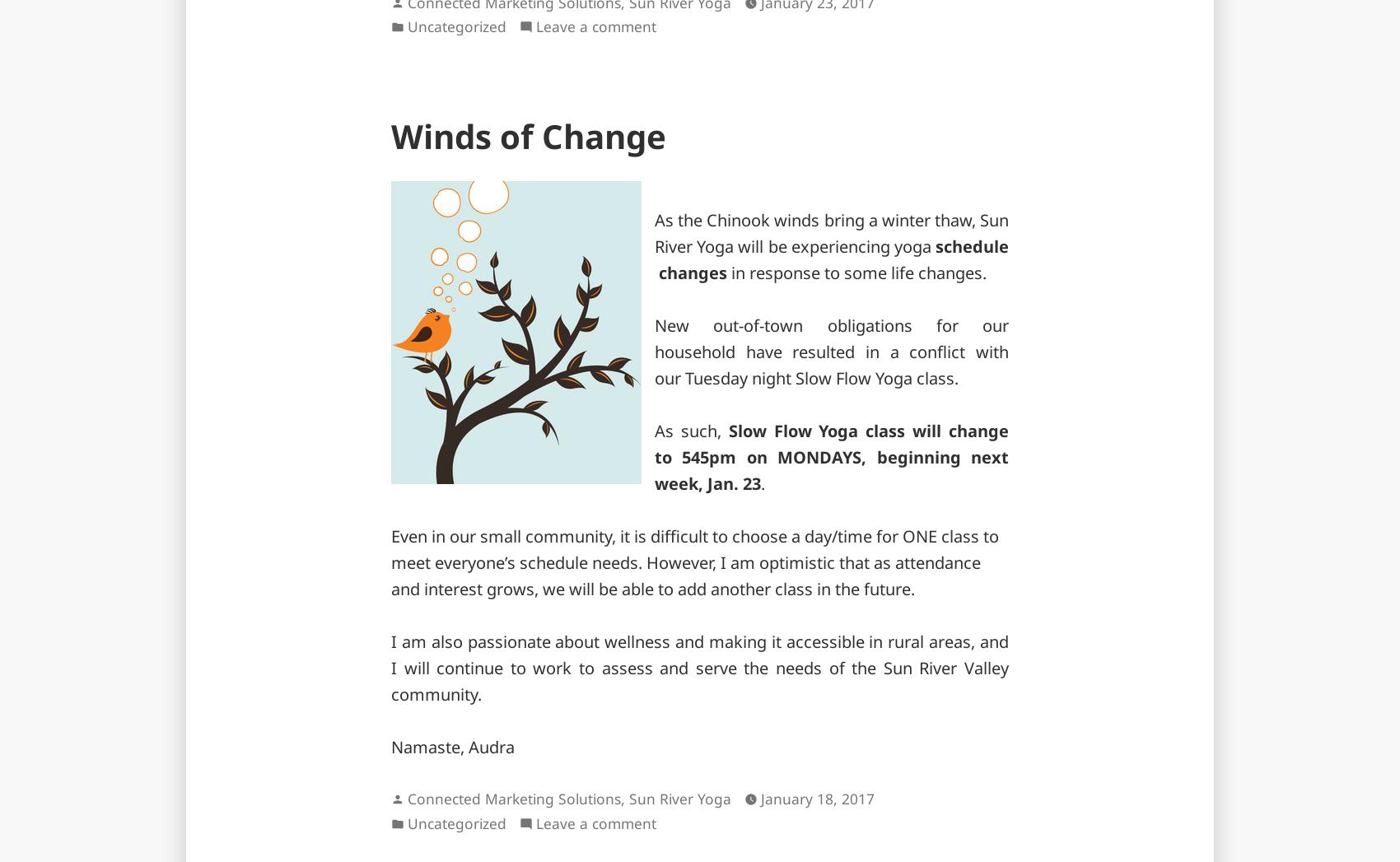 The width and height of the screenshot is (1400, 862). What do you see at coordinates (830, 232) in the screenshot?
I see `'As the Chinook winds bring a winter thaw, Sun River Yoga will be experiencing yoga'` at bounding box center [830, 232].